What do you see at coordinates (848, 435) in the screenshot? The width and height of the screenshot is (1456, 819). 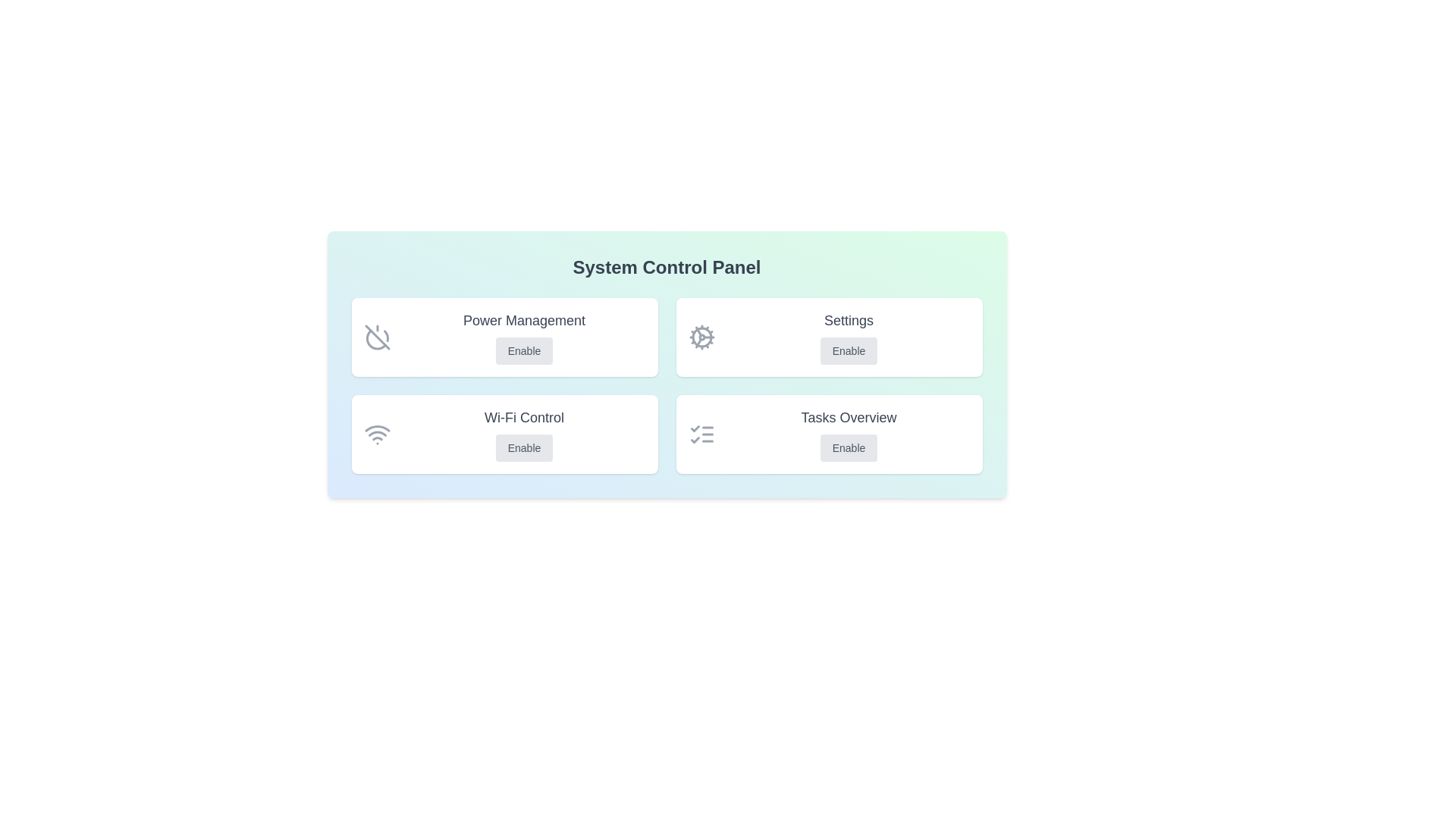 I see `text within the control card labeled 'Tasks Overview' located in the bottom-right section of the 'System Control Panel'` at bounding box center [848, 435].